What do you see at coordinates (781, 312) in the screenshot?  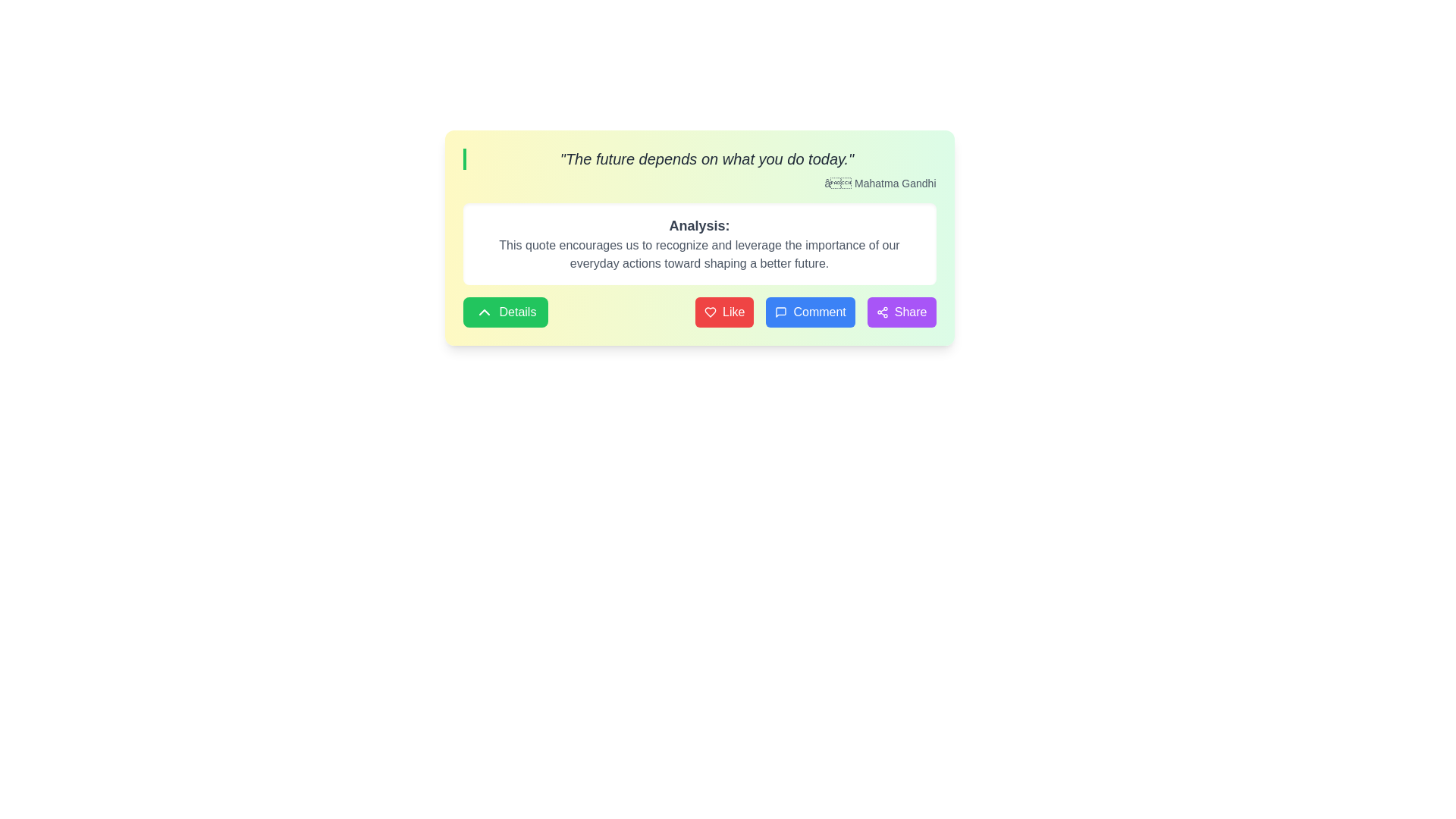 I see `the speech bubble icon located at the bottom-right of the card containing a quote and its analysis, which is the first icon in a group adjacent to 'Details' and 'Like' buttons` at bounding box center [781, 312].